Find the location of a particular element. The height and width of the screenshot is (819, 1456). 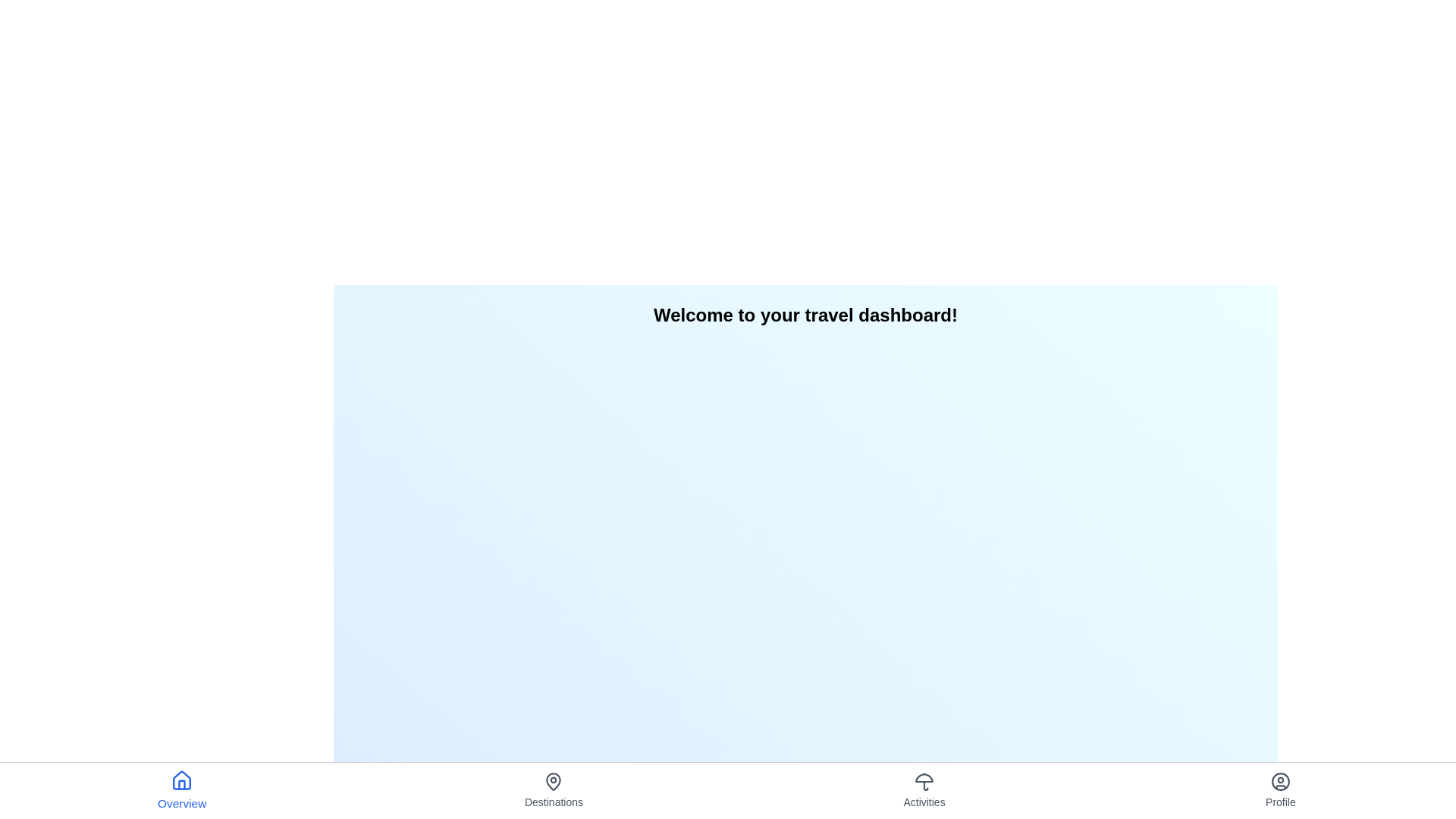

the text label displaying 'Overview', which is styled in bold blue font and located below the house-shaped icon in the navigation menu at the bottom left of the interface is located at coordinates (182, 802).